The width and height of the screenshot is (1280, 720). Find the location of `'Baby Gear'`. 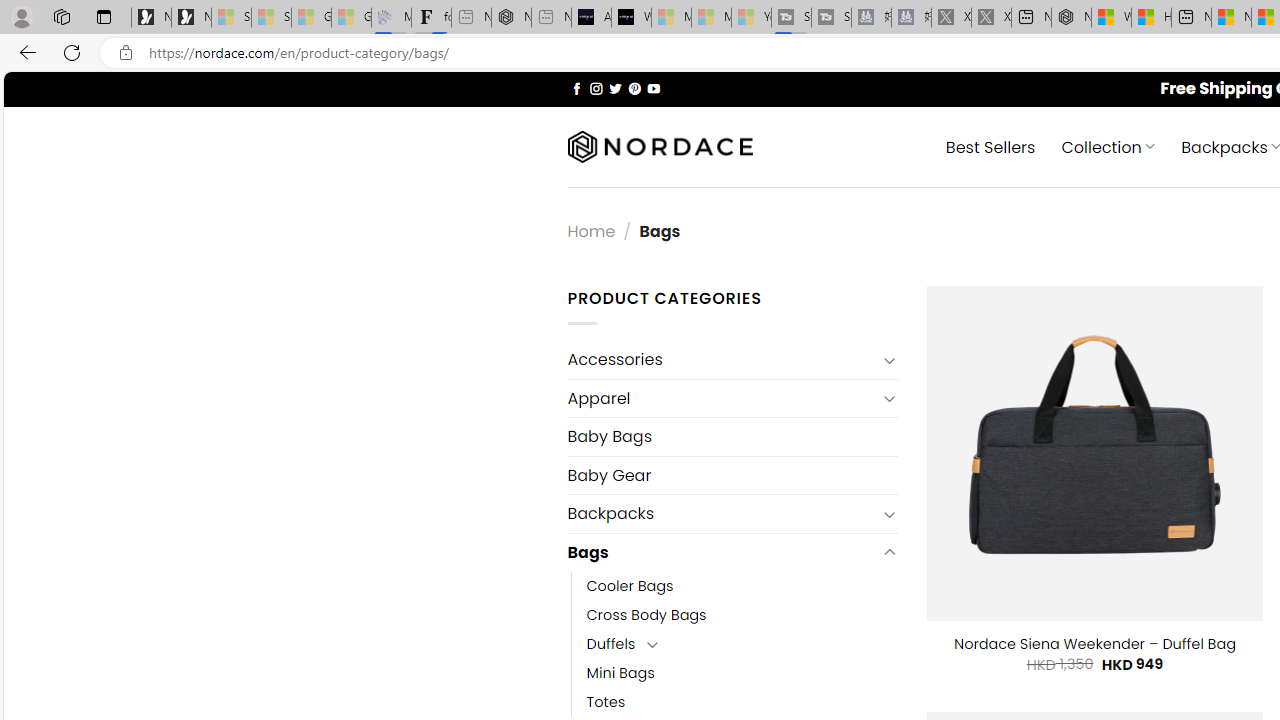

'Baby Gear' is located at coordinates (731, 475).